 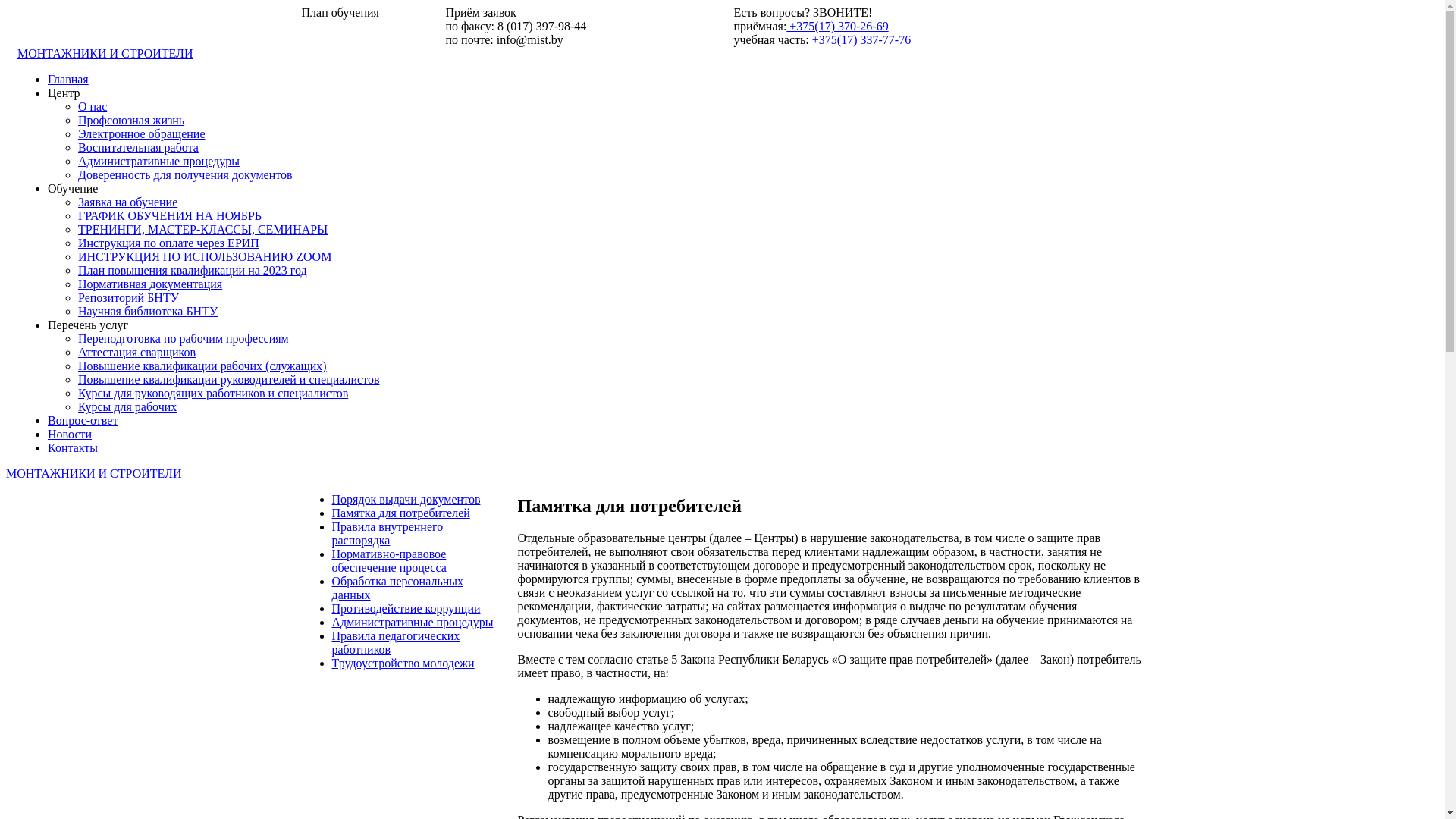 I want to click on '+375(17) 337-77-76', so click(x=861, y=39).